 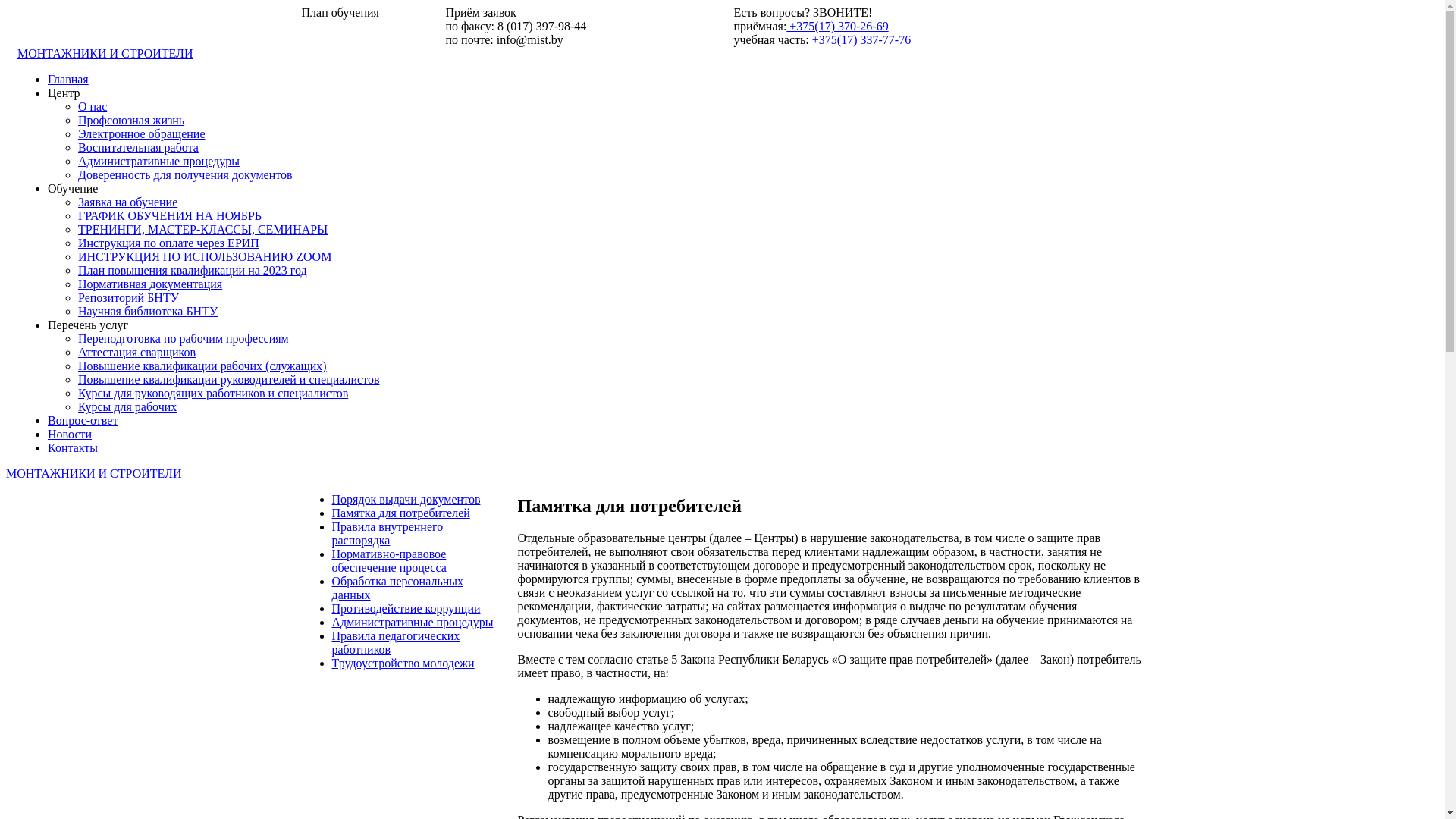 I want to click on '+375(17) 337-77-76', so click(x=861, y=39).